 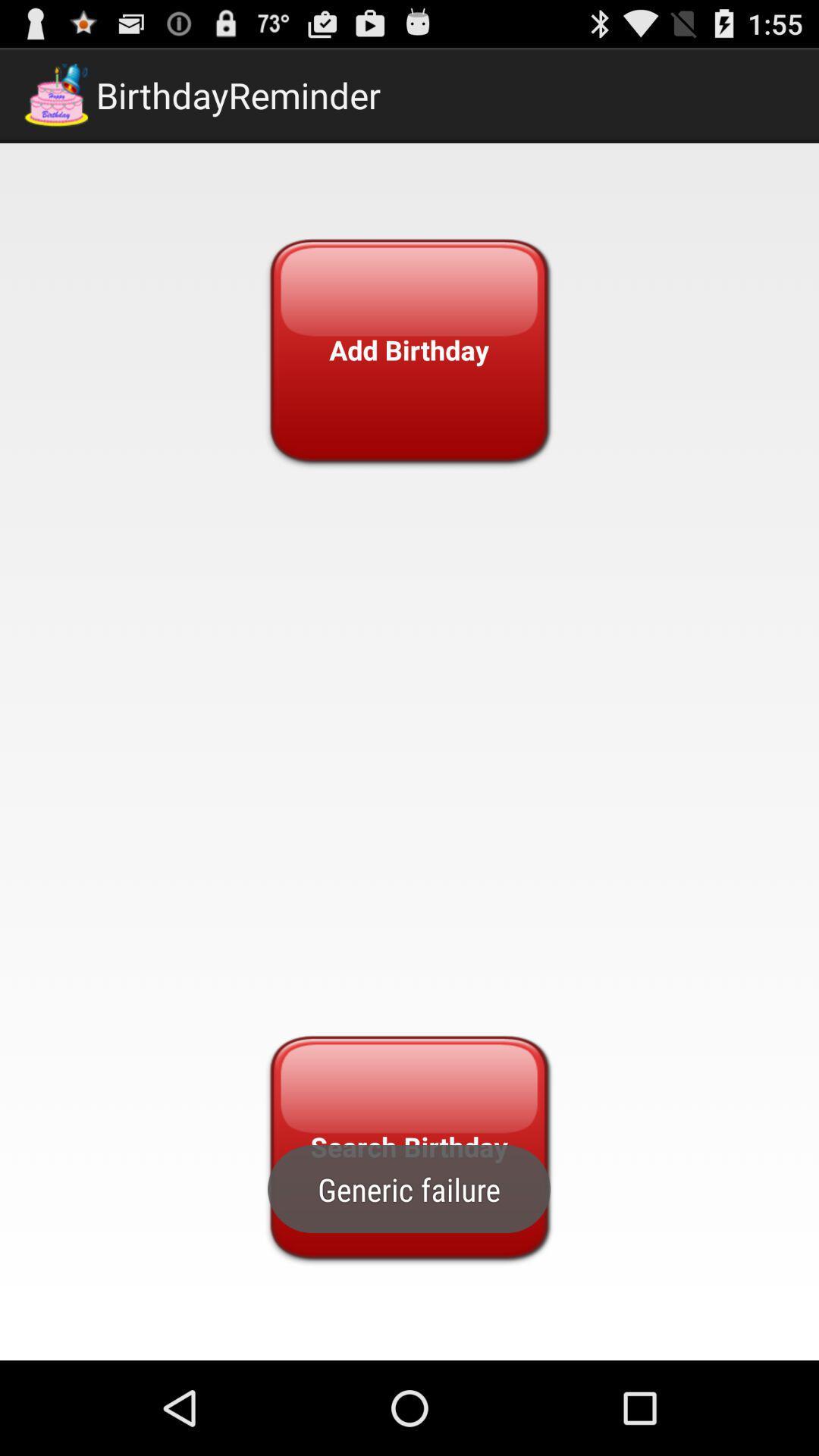 I want to click on the icon above search birthday button, so click(x=408, y=349).